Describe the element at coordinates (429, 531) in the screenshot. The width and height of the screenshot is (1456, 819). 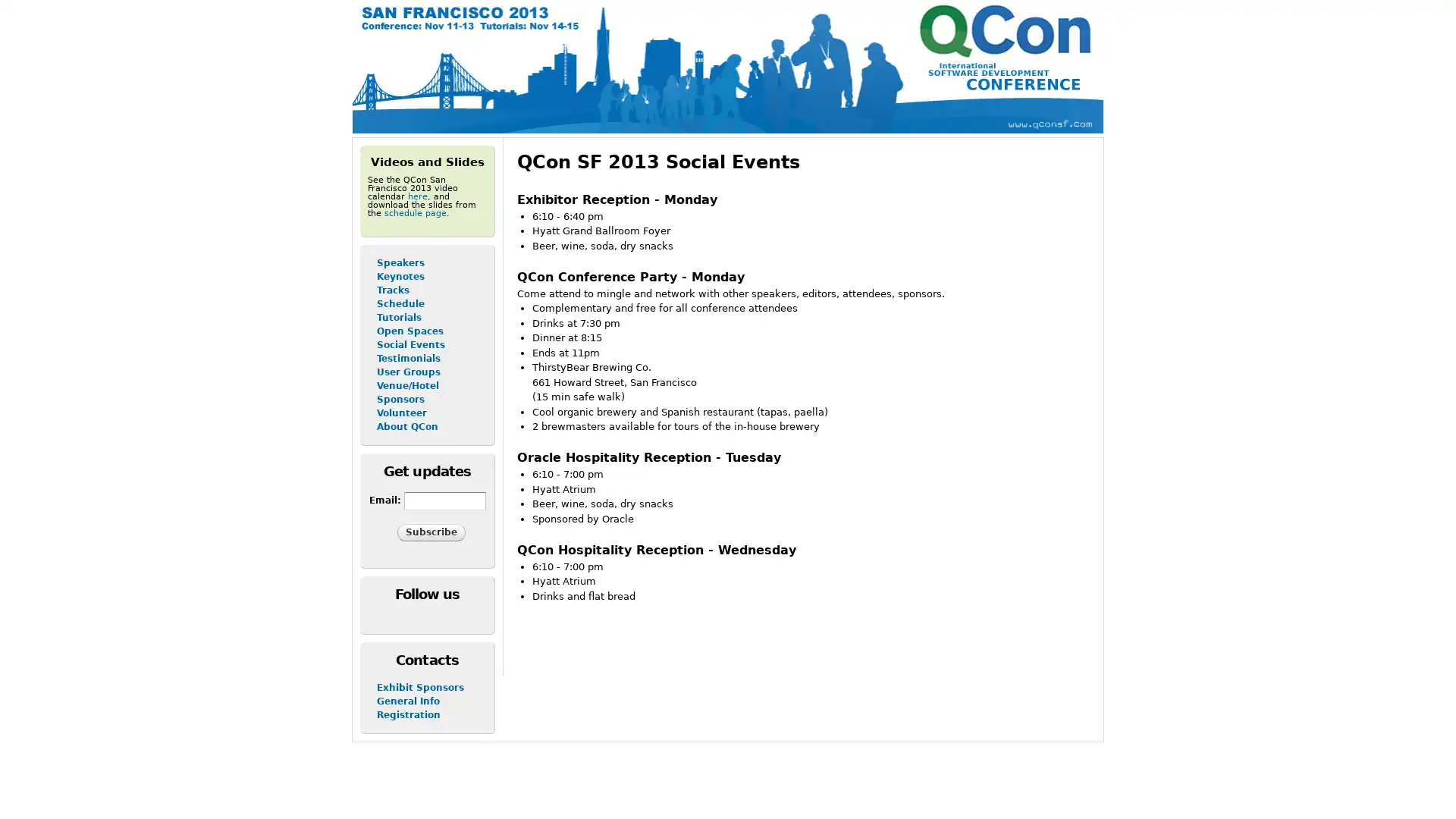
I see `Subscribe` at that location.